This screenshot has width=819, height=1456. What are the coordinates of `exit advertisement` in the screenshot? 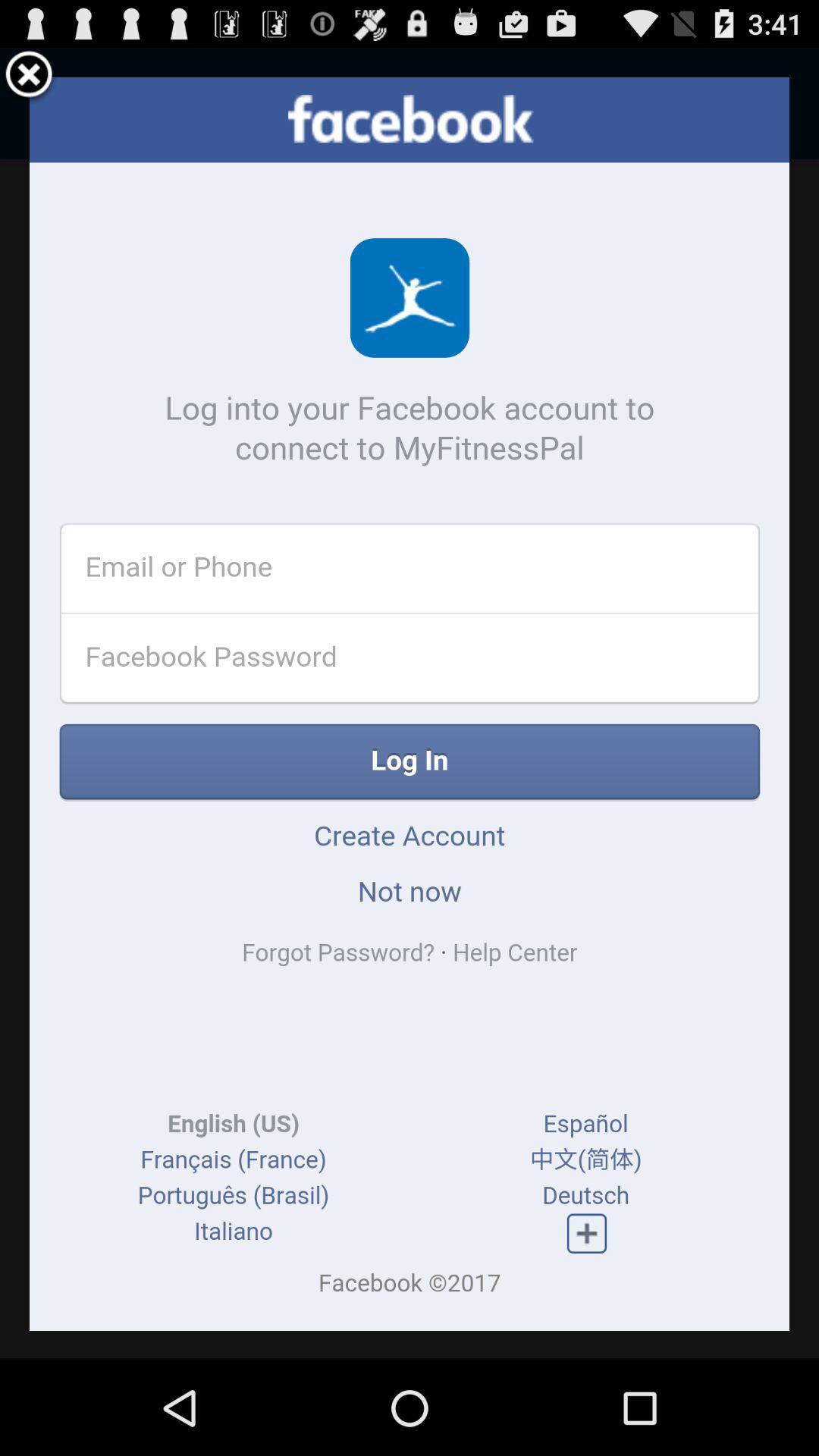 It's located at (29, 76).